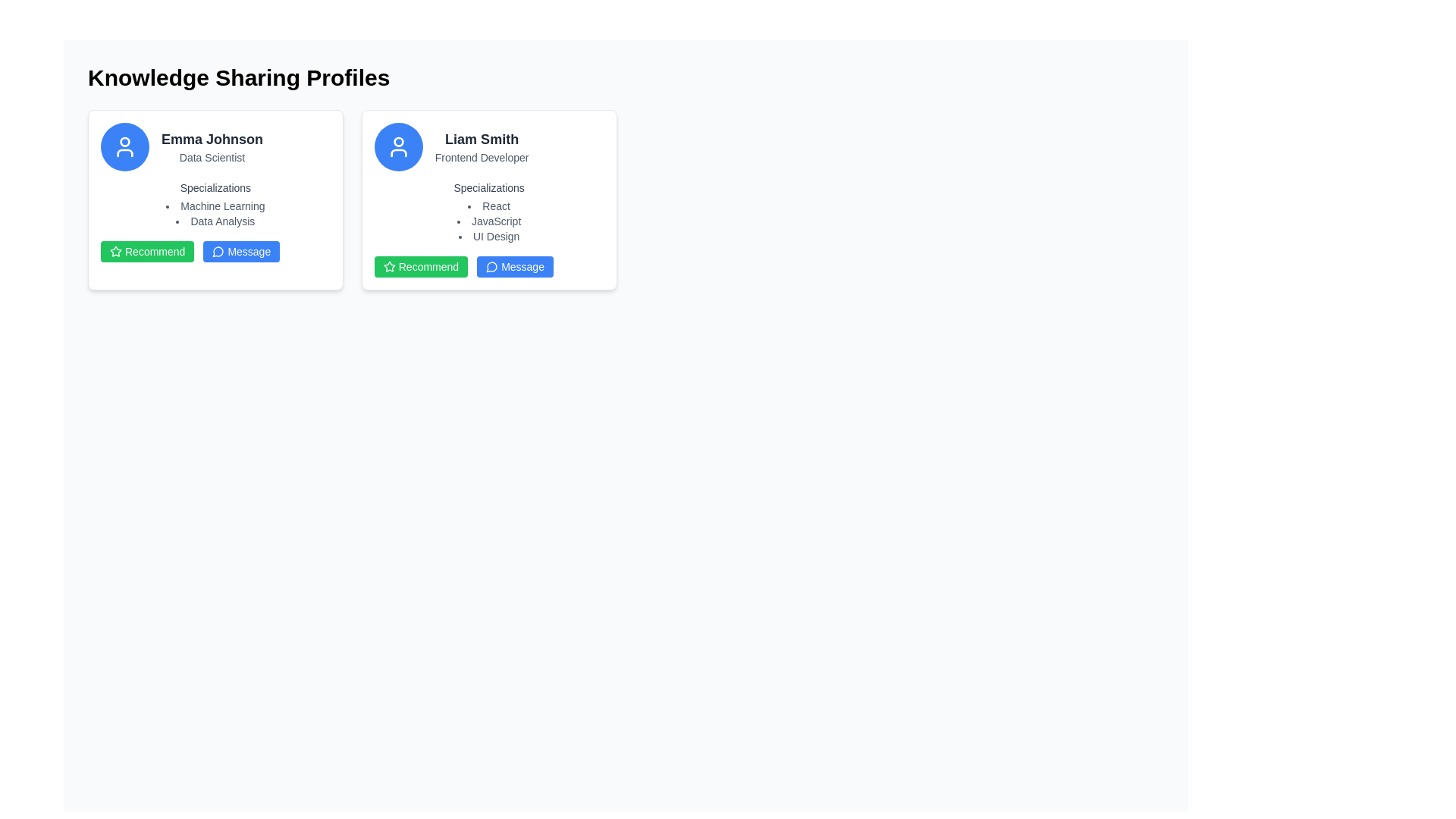 The height and width of the screenshot is (819, 1456). I want to click on the text label component displaying the name 'Emma Johnson' and the descriptor 'Data Scientist' located in the first profile card on the left of the 'Knowledge Sharing Profiles' page, positioned below the avatar icon, so click(211, 146).